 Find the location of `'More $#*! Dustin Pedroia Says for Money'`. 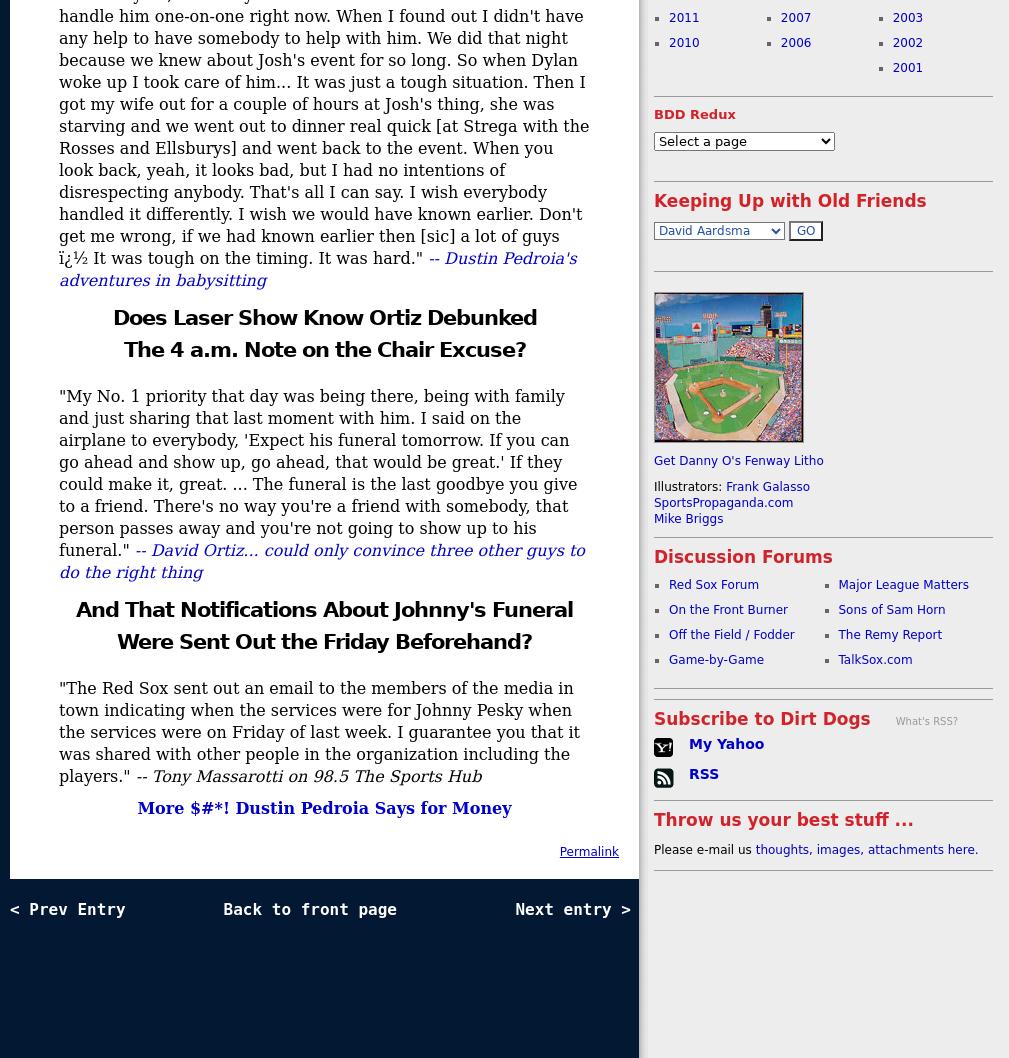

'More $#*! Dustin Pedroia Says for Money' is located at coordinates (322, 807).